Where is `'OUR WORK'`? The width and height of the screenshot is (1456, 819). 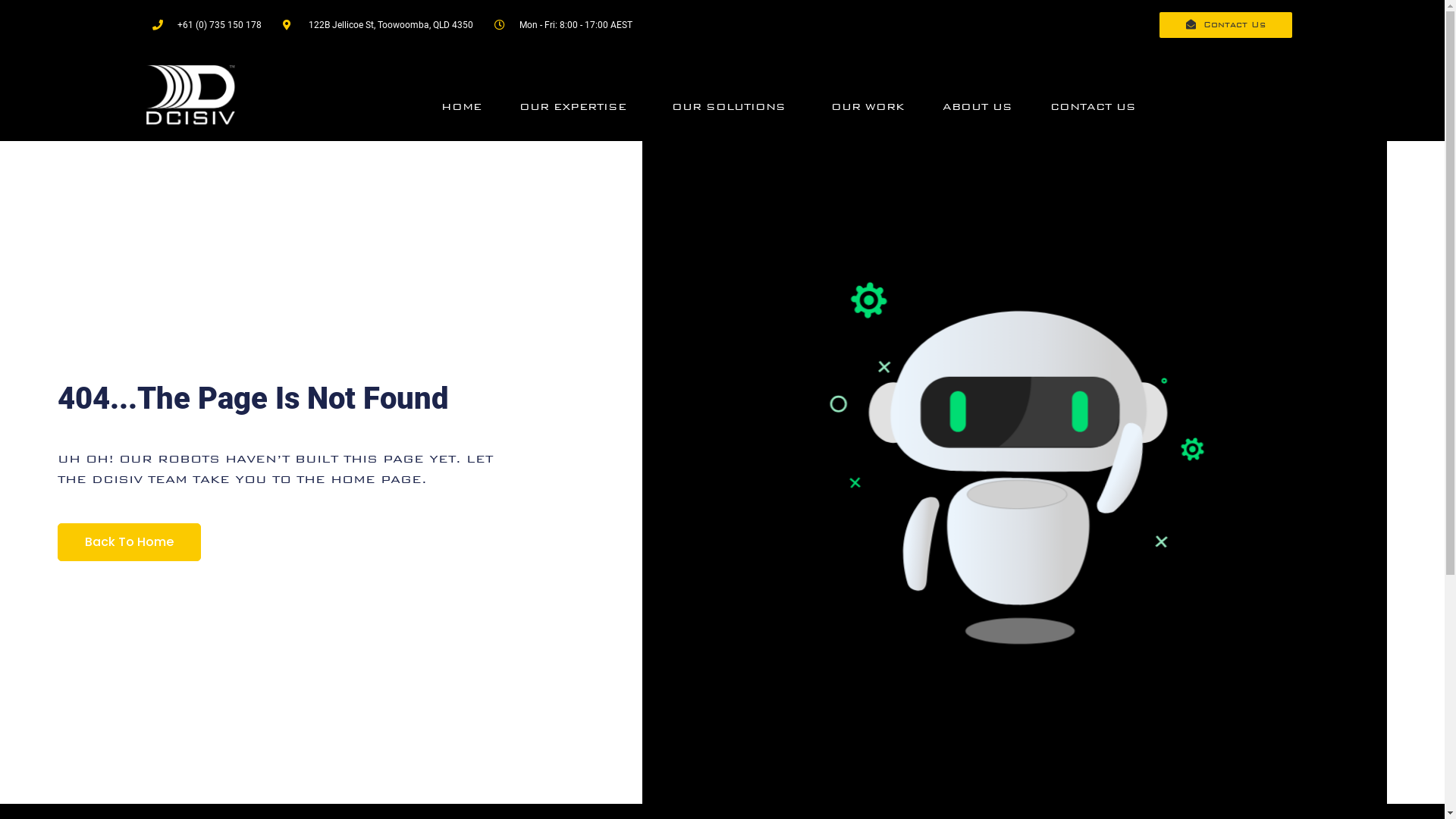
'OUR WORK' is located at coordinates (868, 106).